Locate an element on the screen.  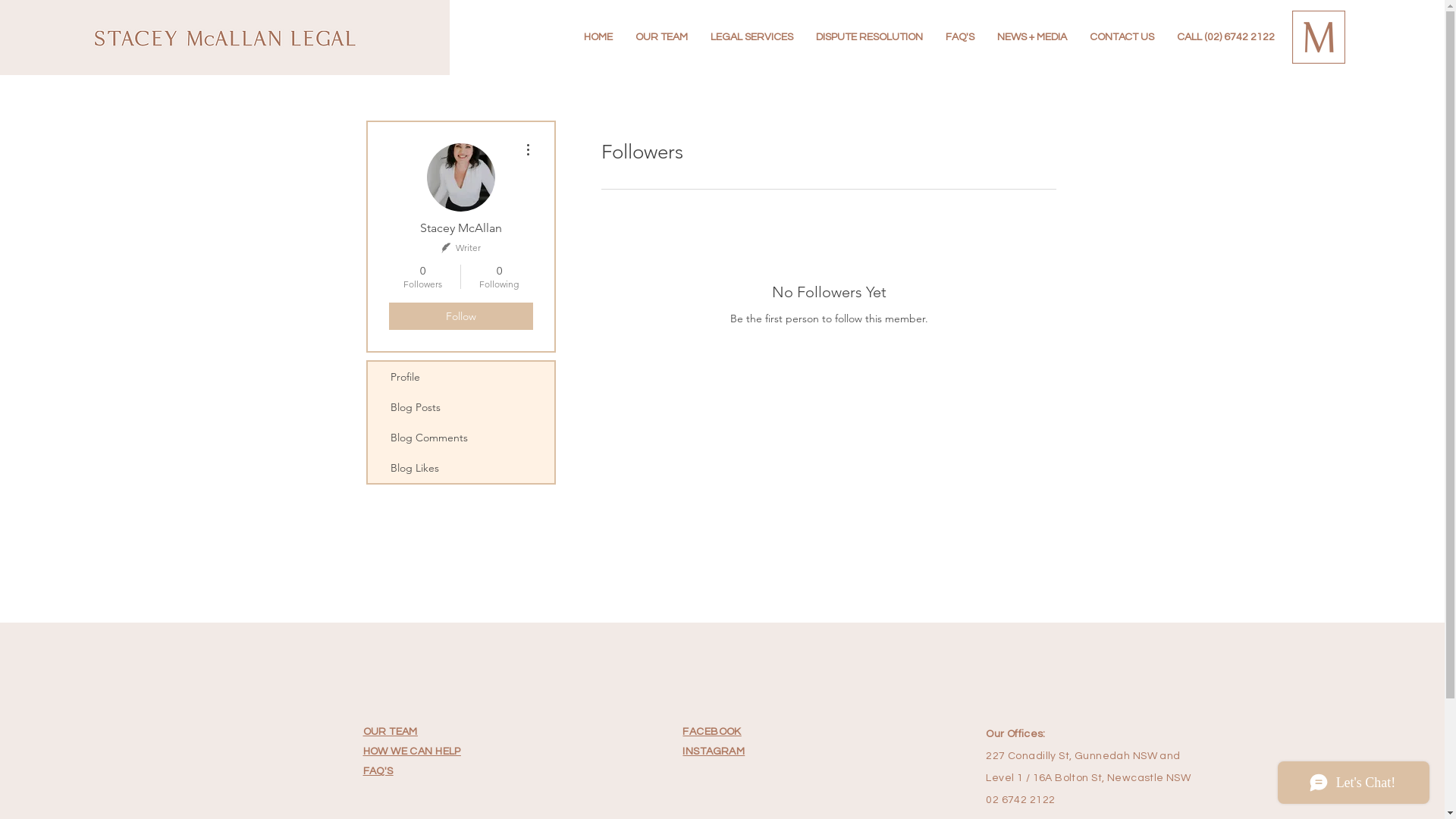
'0 is located at coordinates (499, 277).